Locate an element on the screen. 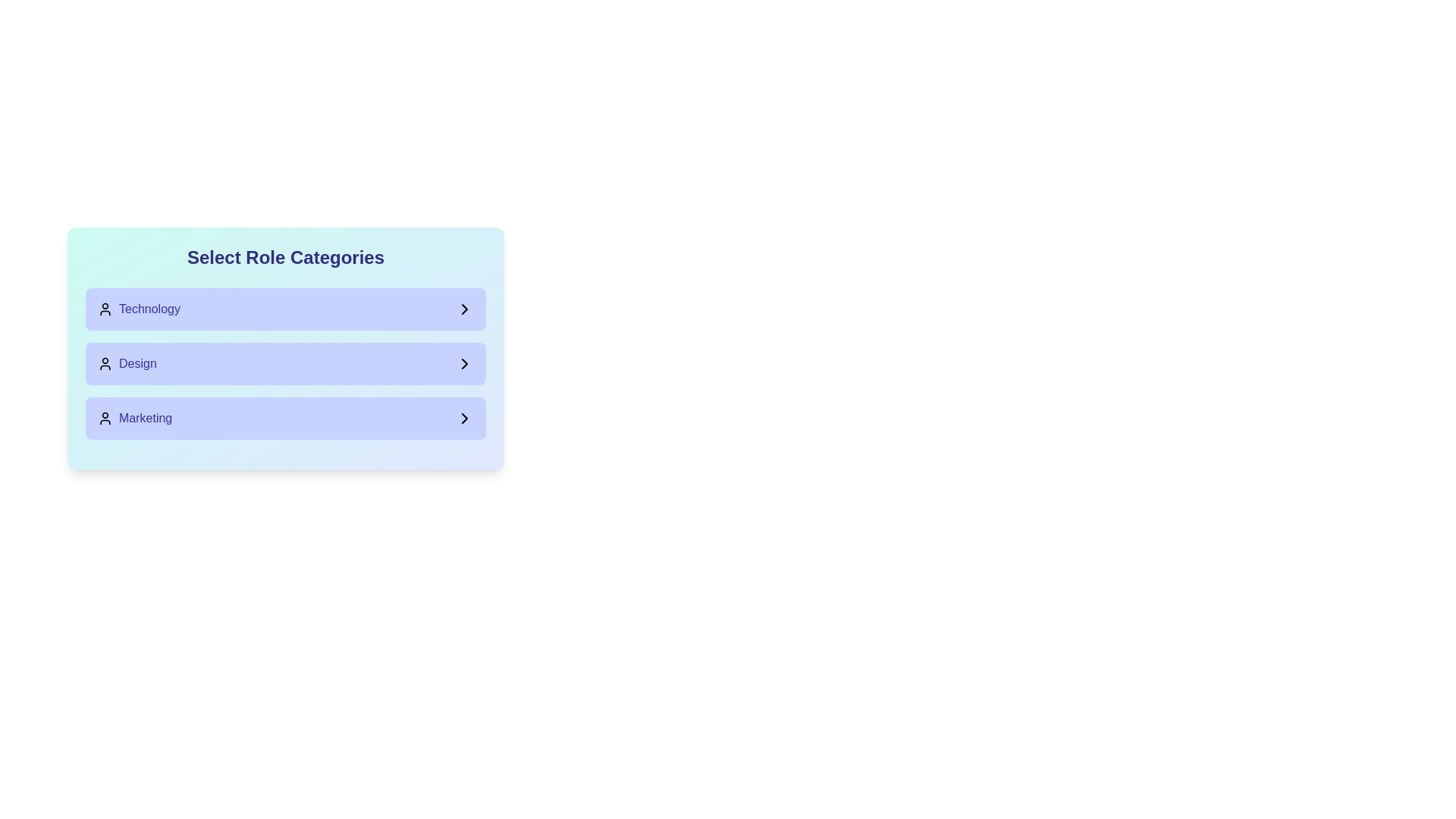 Image resolution: width=1456 pixels, height=819 pixels. the 'Design' category text label, which is the second item in the vertical list of categories, located below 'Technology' and above 'Marketing' is located at coordinates (137, 363).